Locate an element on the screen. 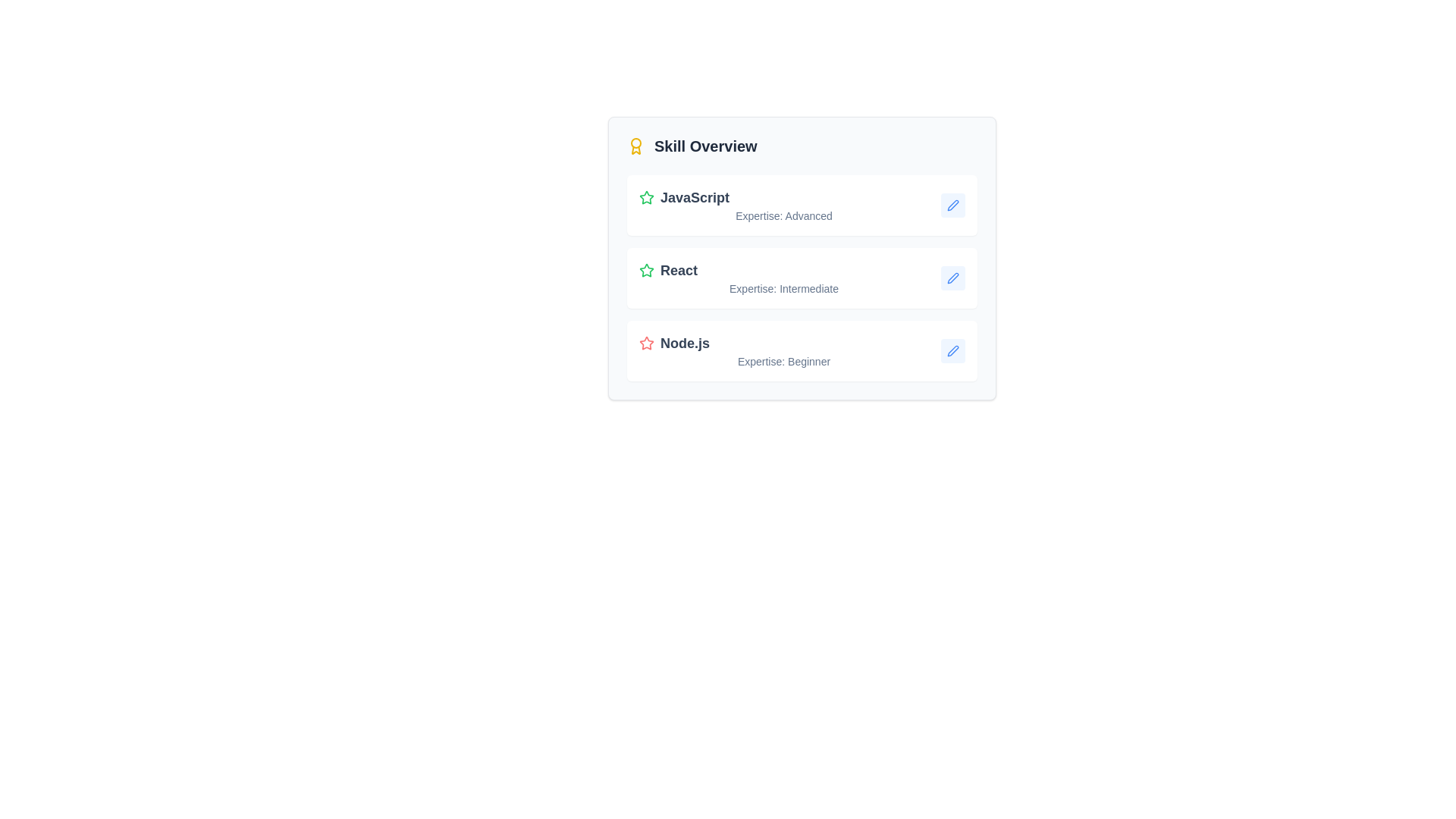  the pen-shaped icon within the skill management panel next to the JavaScript skill row is located at coordinates (952, 205).